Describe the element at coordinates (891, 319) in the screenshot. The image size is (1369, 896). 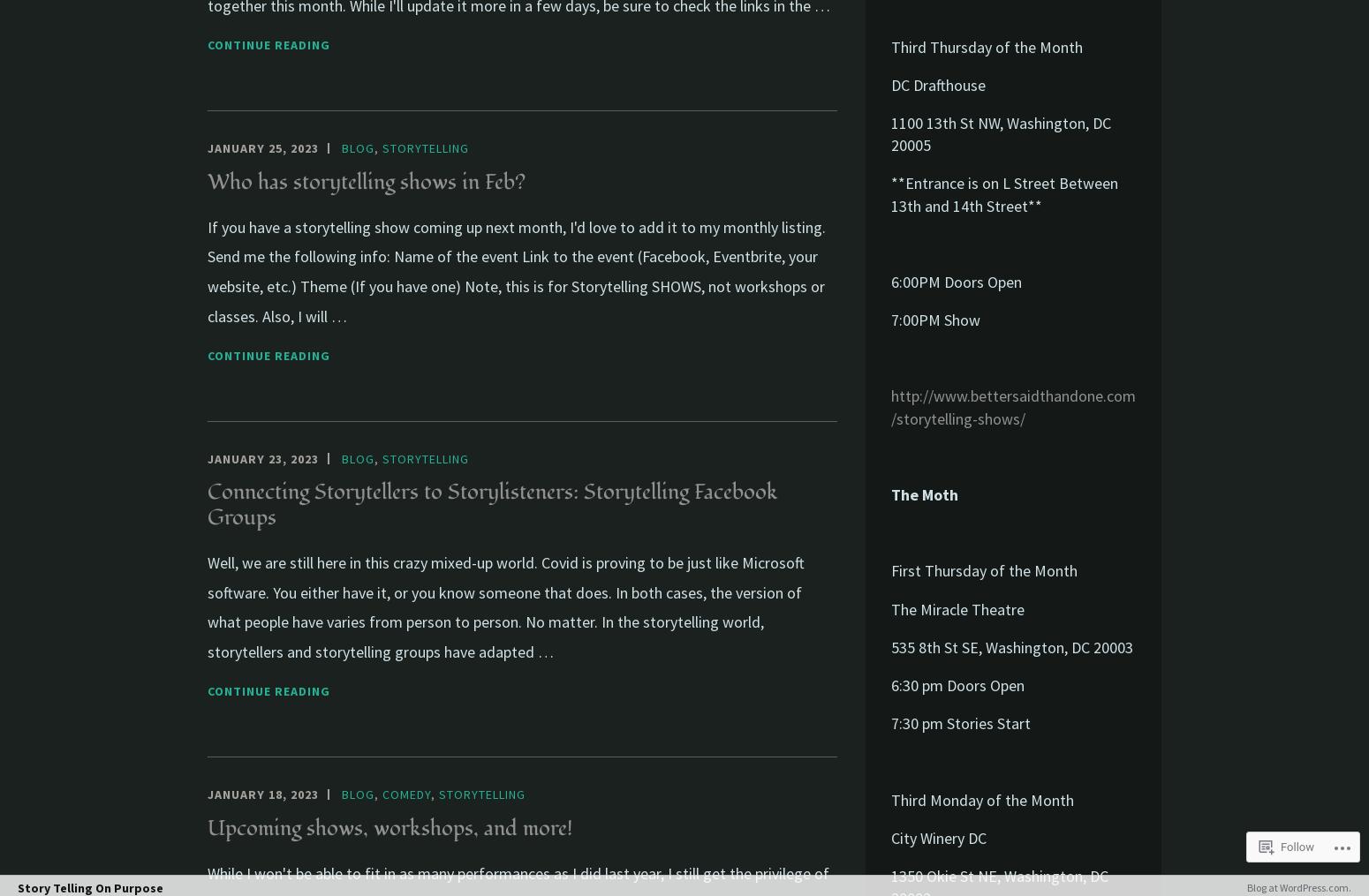
I see `'7:00PM Show'` at that location.